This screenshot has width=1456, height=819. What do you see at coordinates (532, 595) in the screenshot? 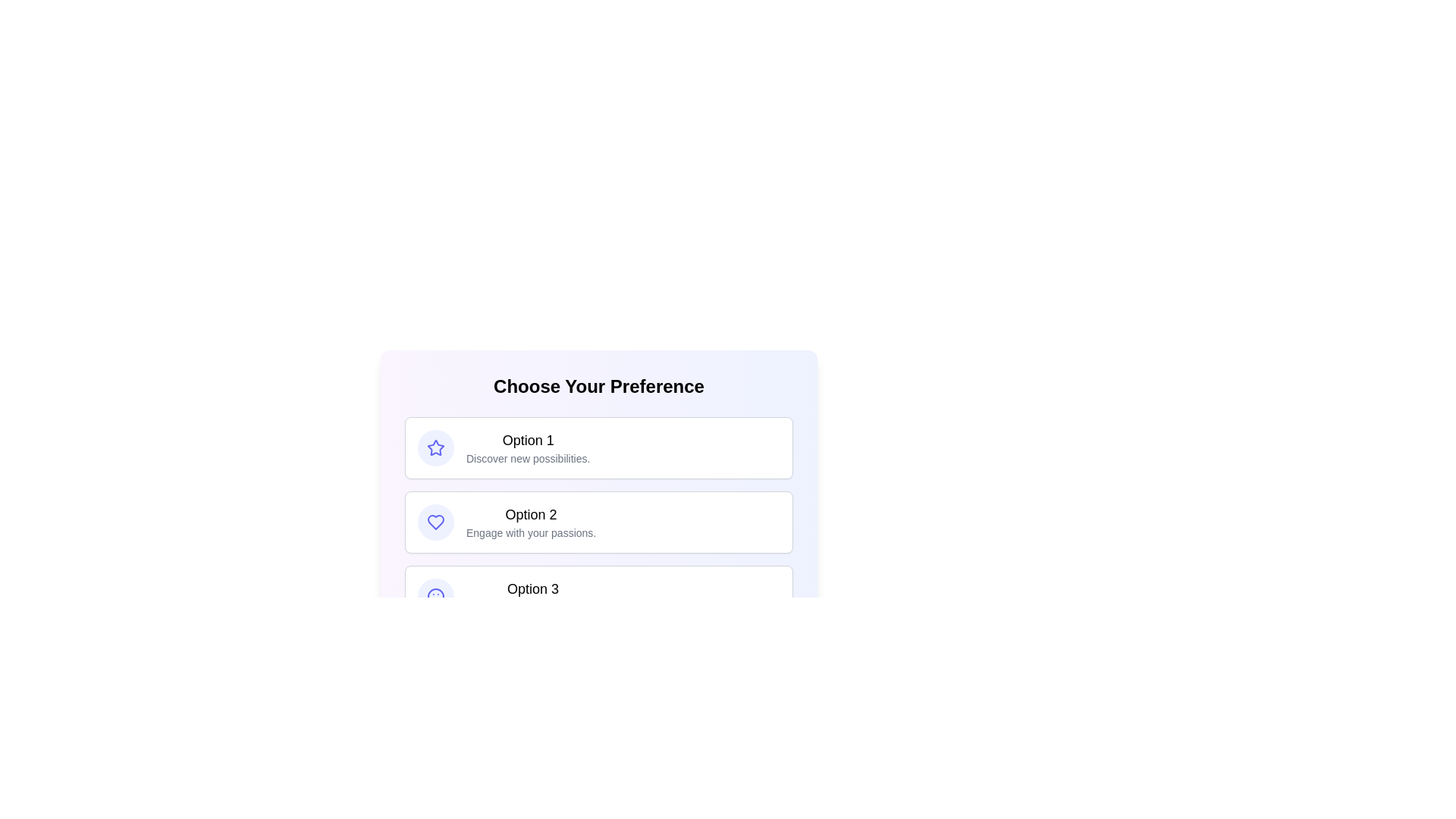
I see `the third option labeled 'Option 3: Embrace joyful experiences.' located under the 'Choose Your Preference' heading` at bounding box center [532, 595].